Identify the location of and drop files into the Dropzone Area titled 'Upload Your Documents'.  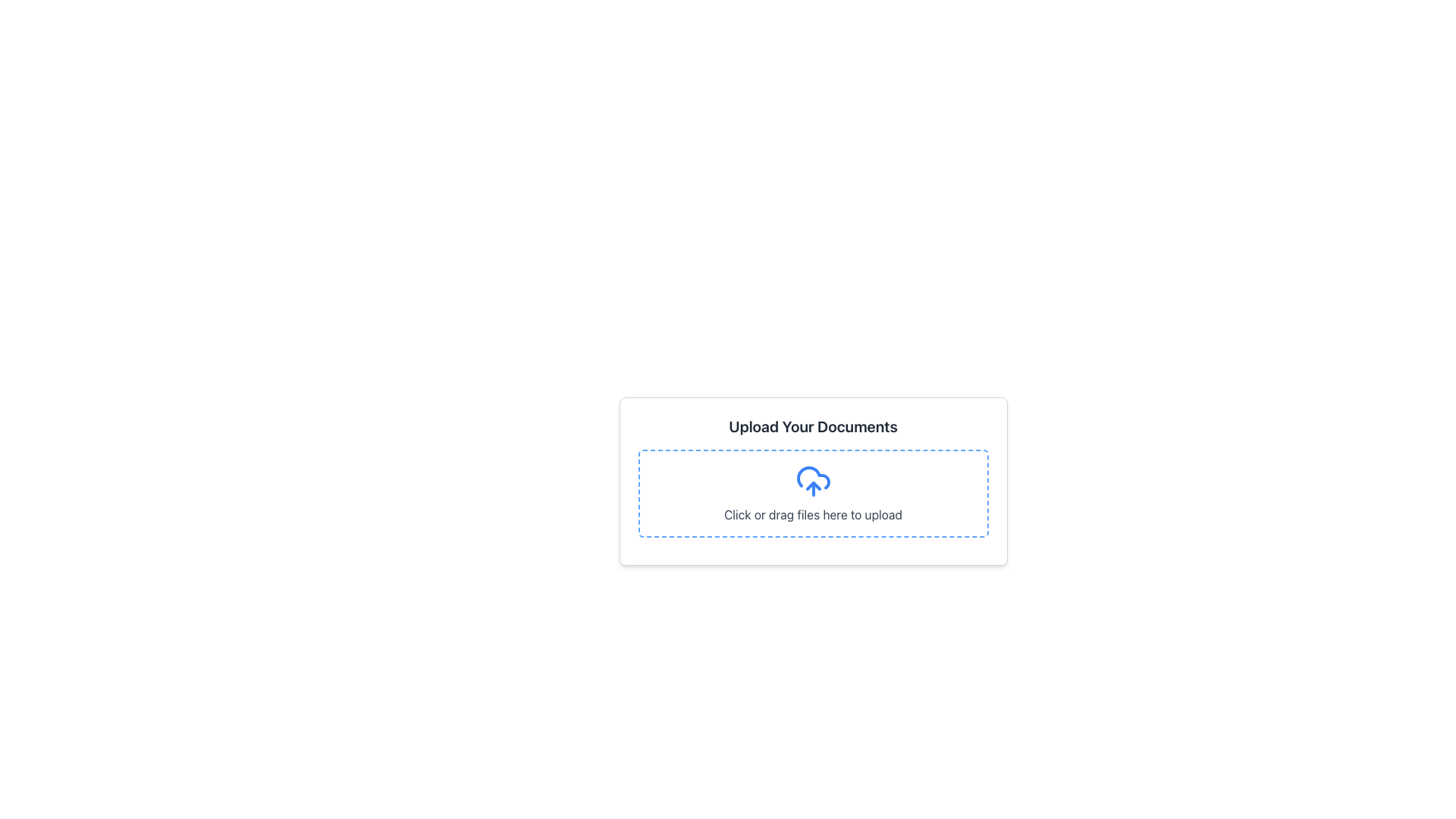
(812, 494).